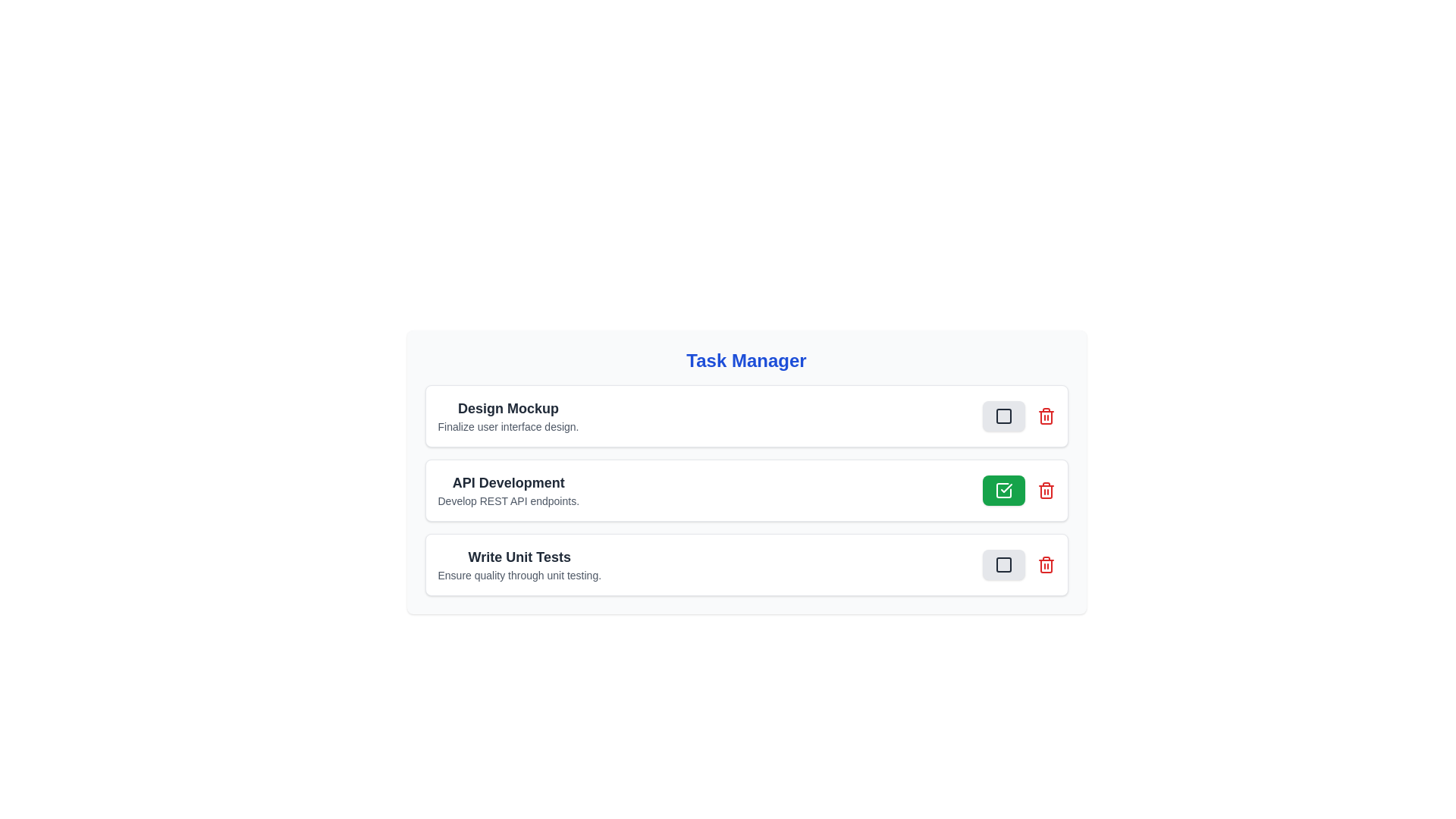 The height and width of the screenshot is (819, 1456). I want to click on the Title Text Block that identifies a task item in the task list interface, located above the description 'Ensure quality through unit testing.', so click(519, 557).